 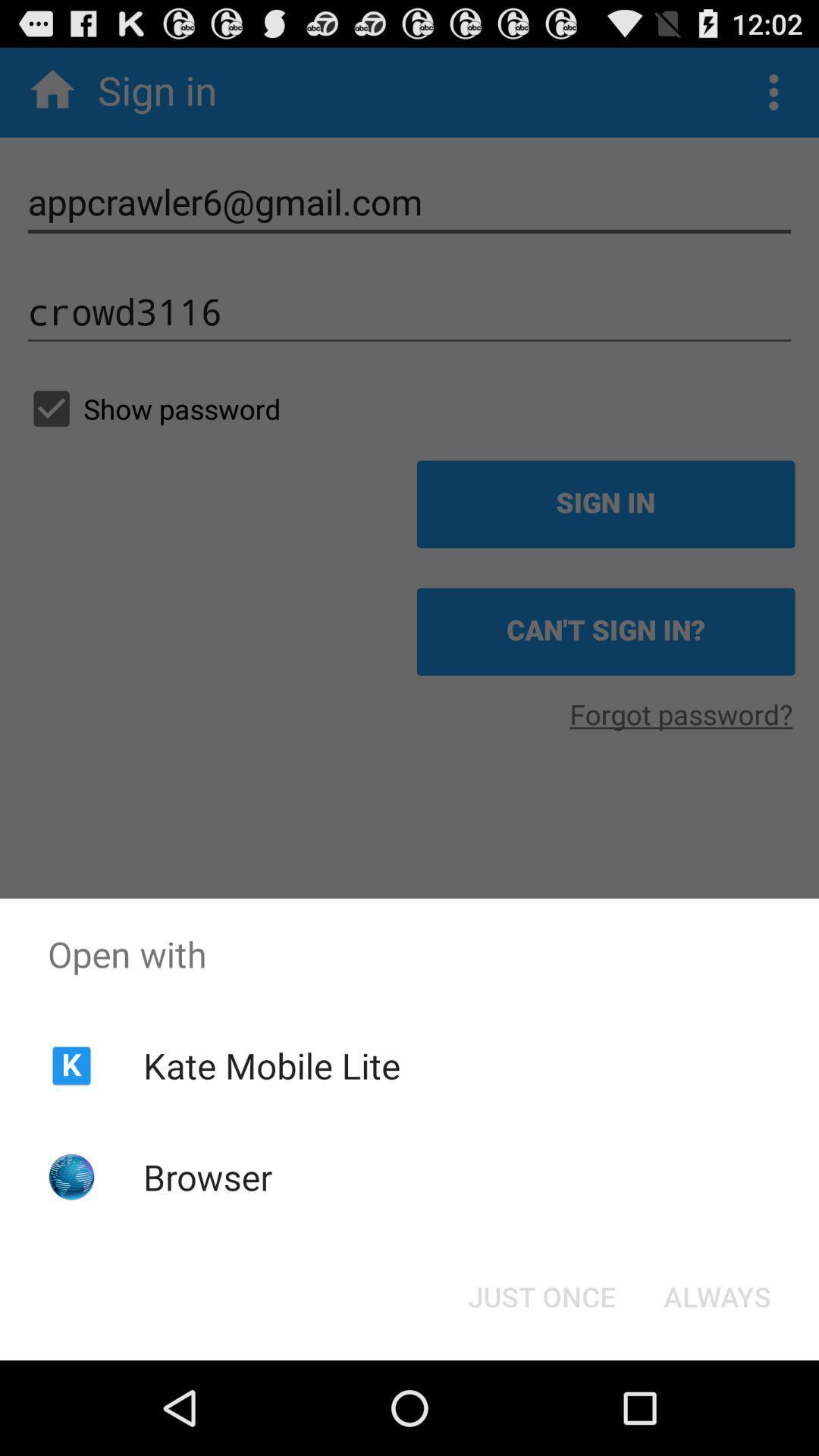 What do you see at coordinates (271, 1065) in the screenshot?
I see `the app above browser icon` at bounding box center [271, 1065].